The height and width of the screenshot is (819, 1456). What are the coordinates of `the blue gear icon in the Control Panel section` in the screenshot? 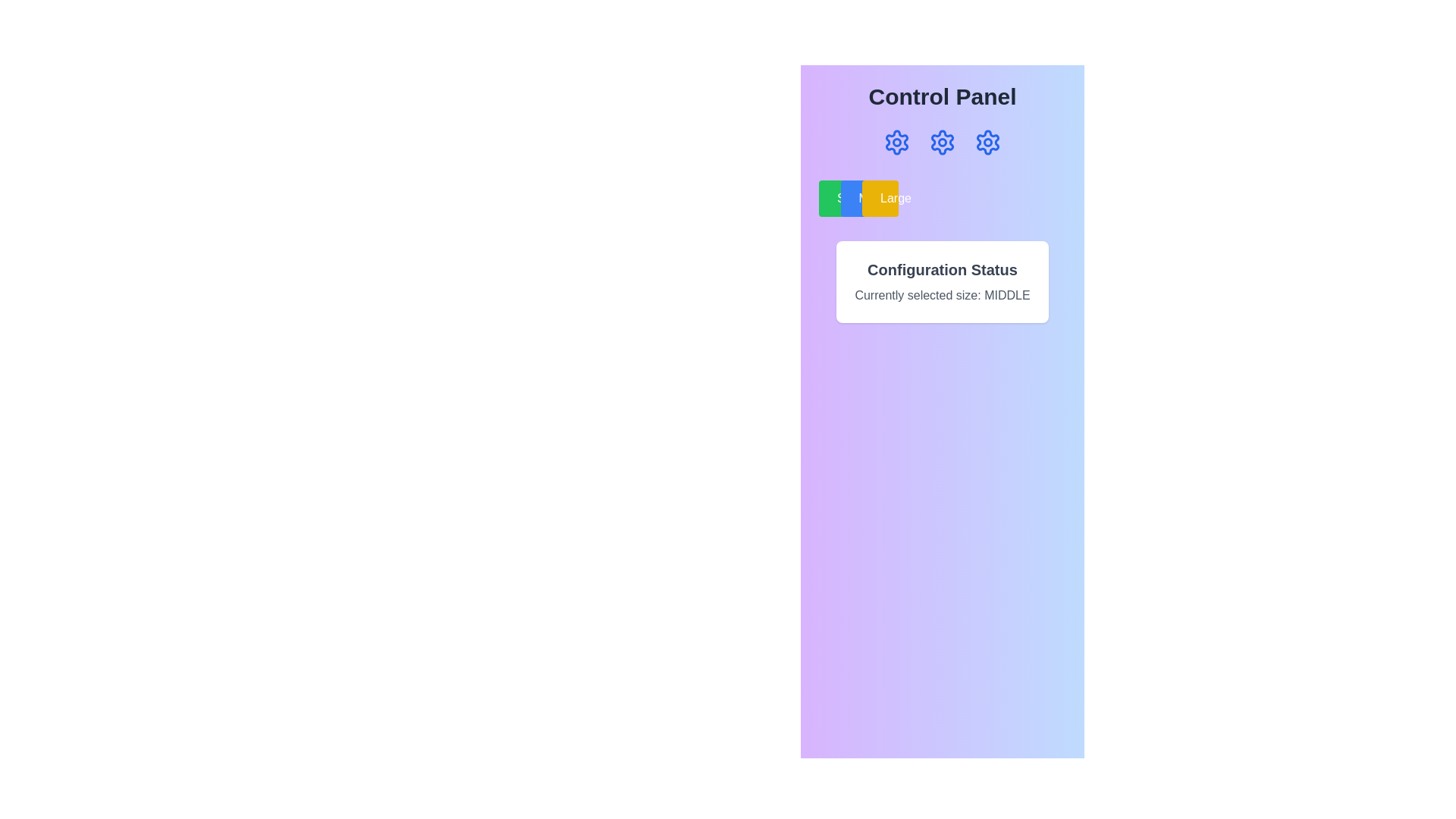 It's located at (987, 143).